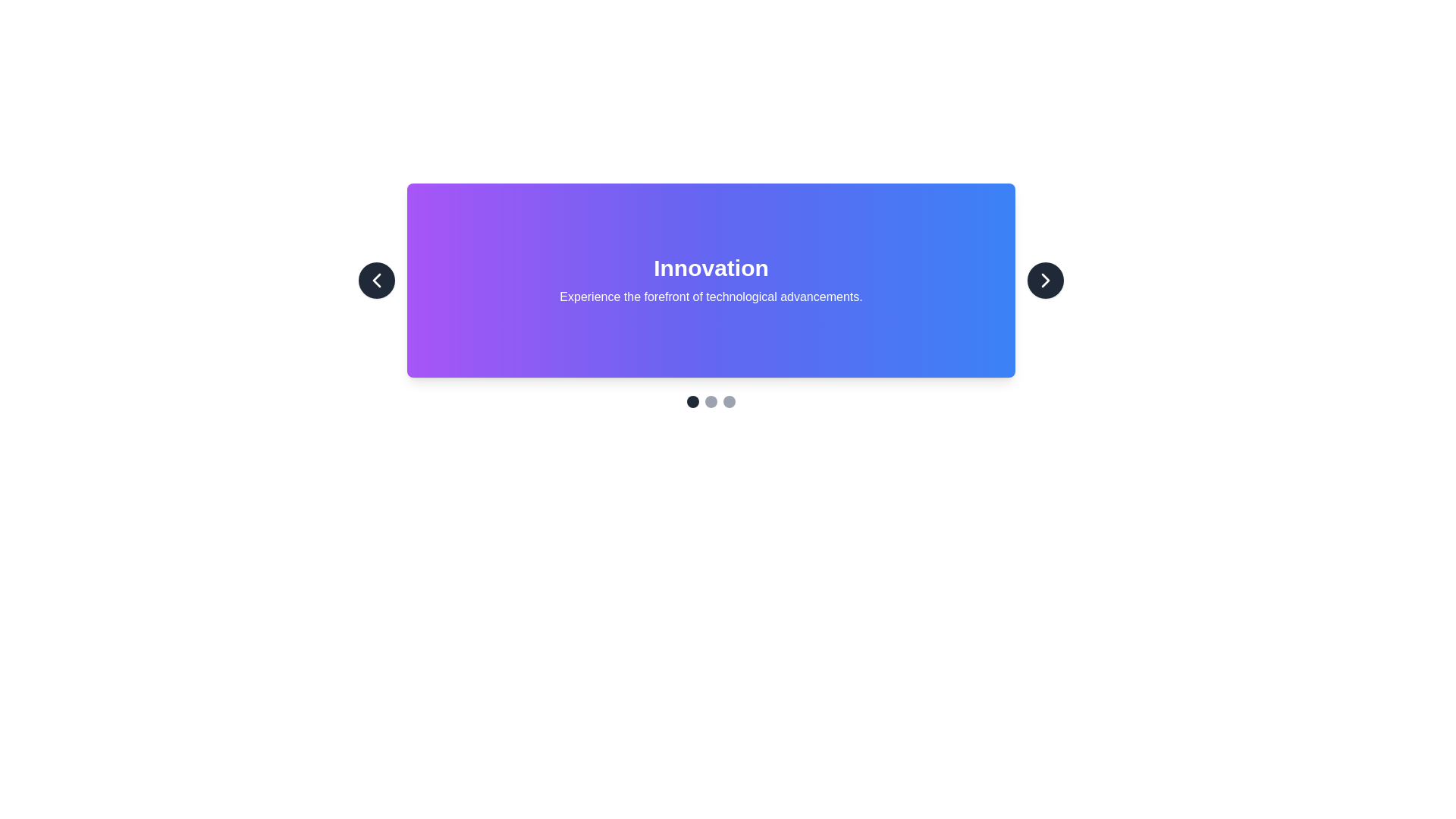  Describe the element at coordinates (710, 400) in the screenshot. I see `the second small button or indicator in the row of three circles below the text box` at that location.